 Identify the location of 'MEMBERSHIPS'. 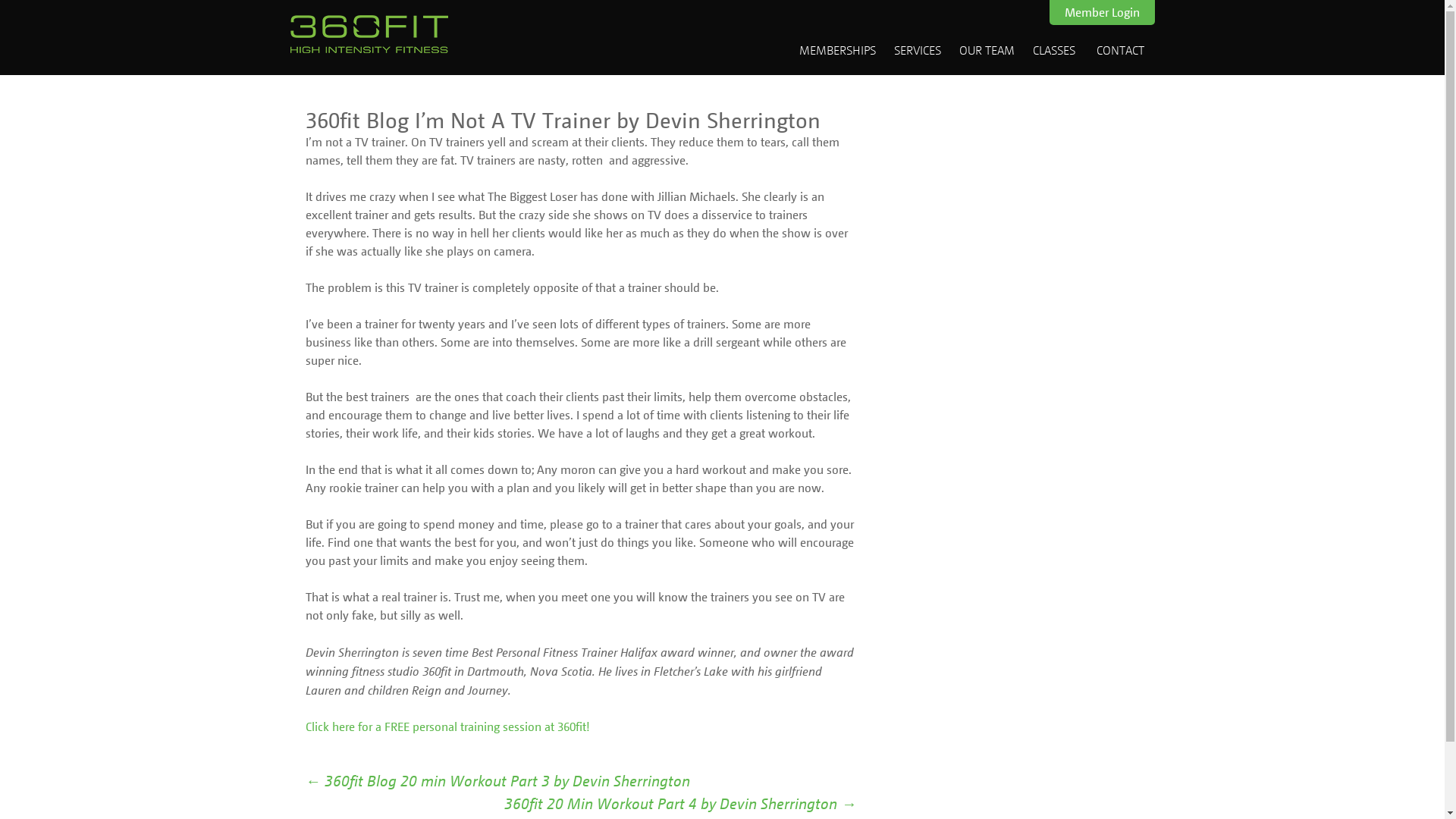
(836, 49).